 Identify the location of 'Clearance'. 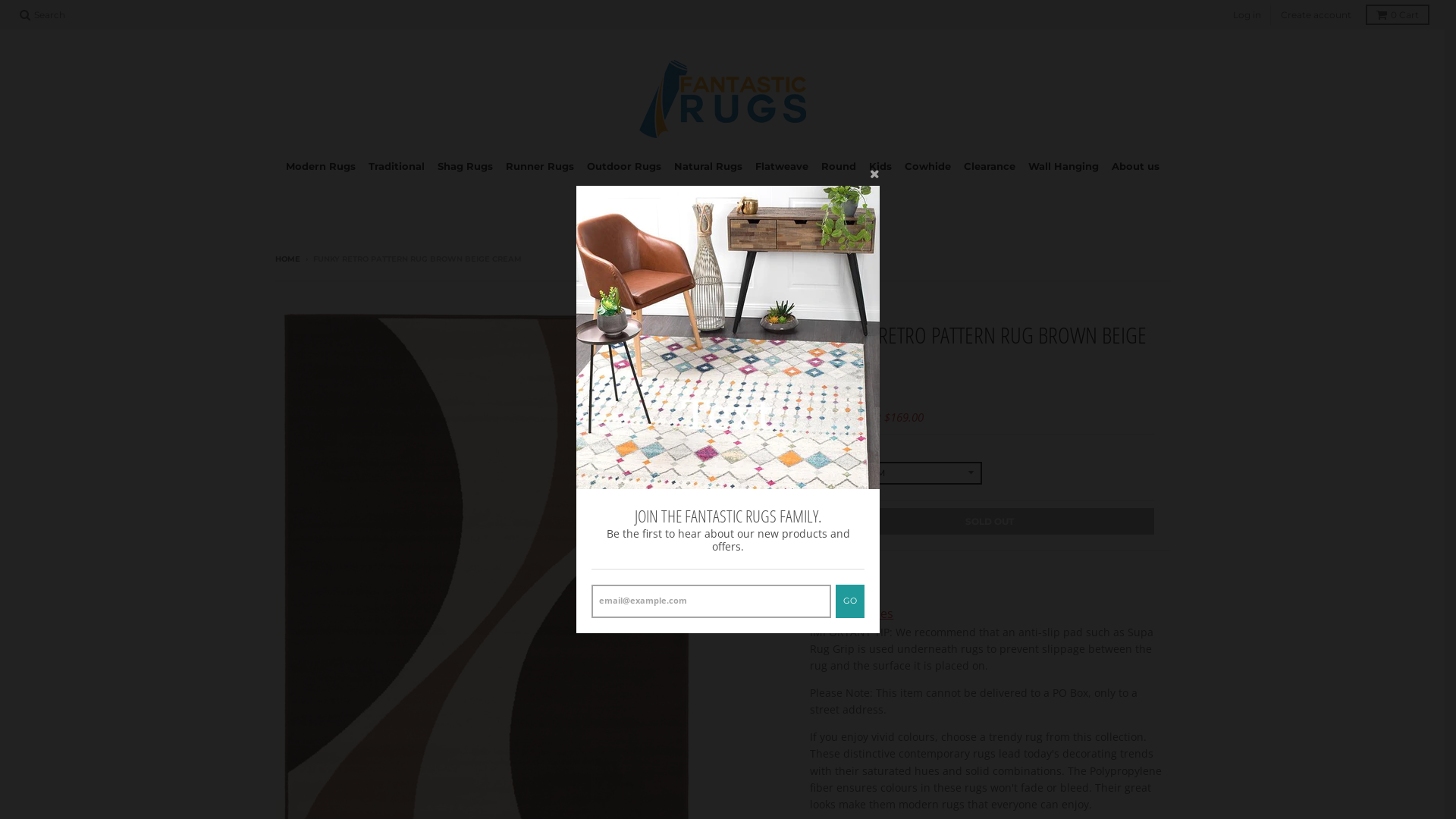
(957, 166).